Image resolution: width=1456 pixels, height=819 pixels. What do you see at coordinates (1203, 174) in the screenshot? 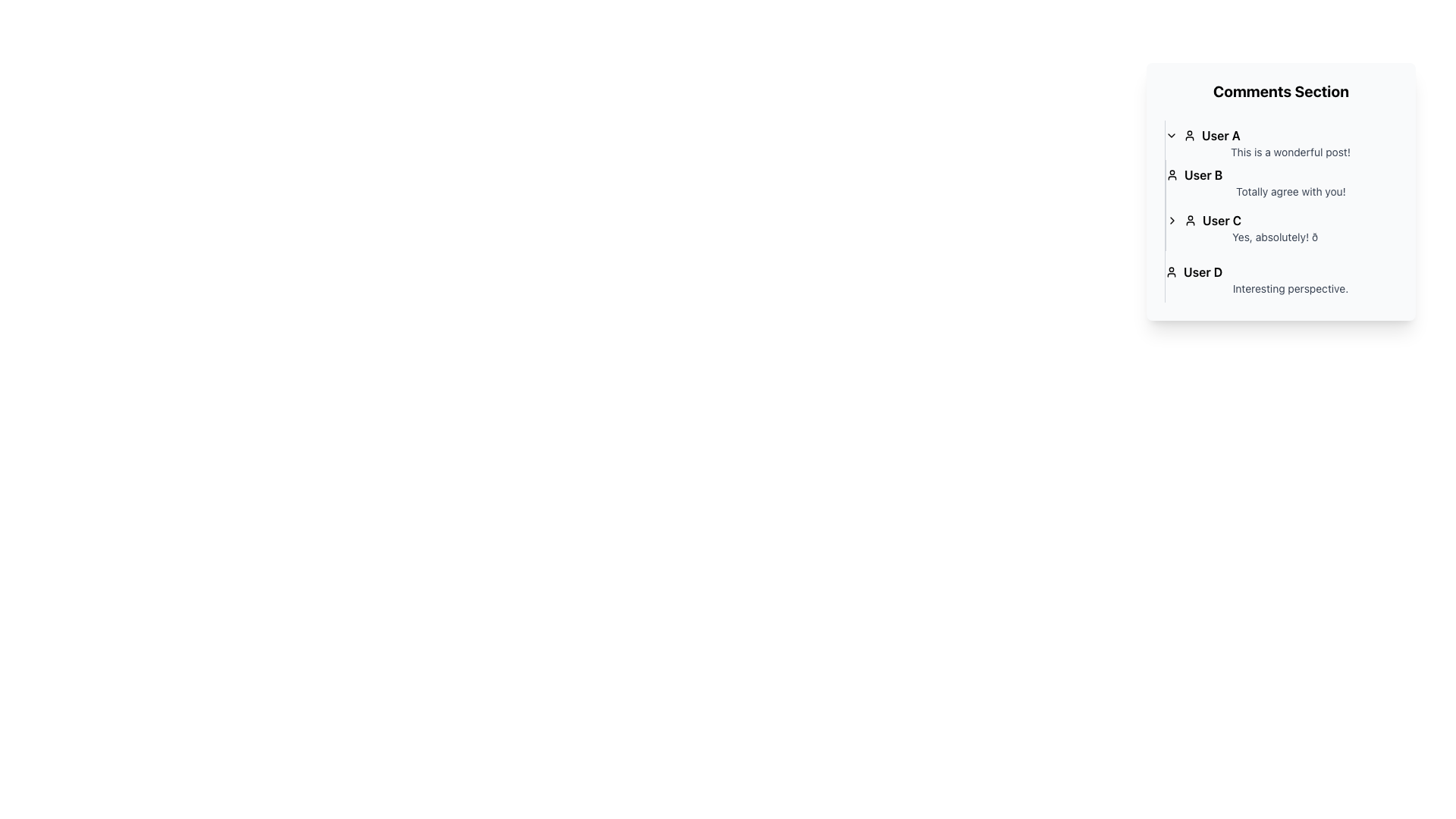
I see `the text label 'User B' styled in bold font located in the comments section, positioned below 'User A' and preceded by a user icon` at bounding box center [1203, 174].